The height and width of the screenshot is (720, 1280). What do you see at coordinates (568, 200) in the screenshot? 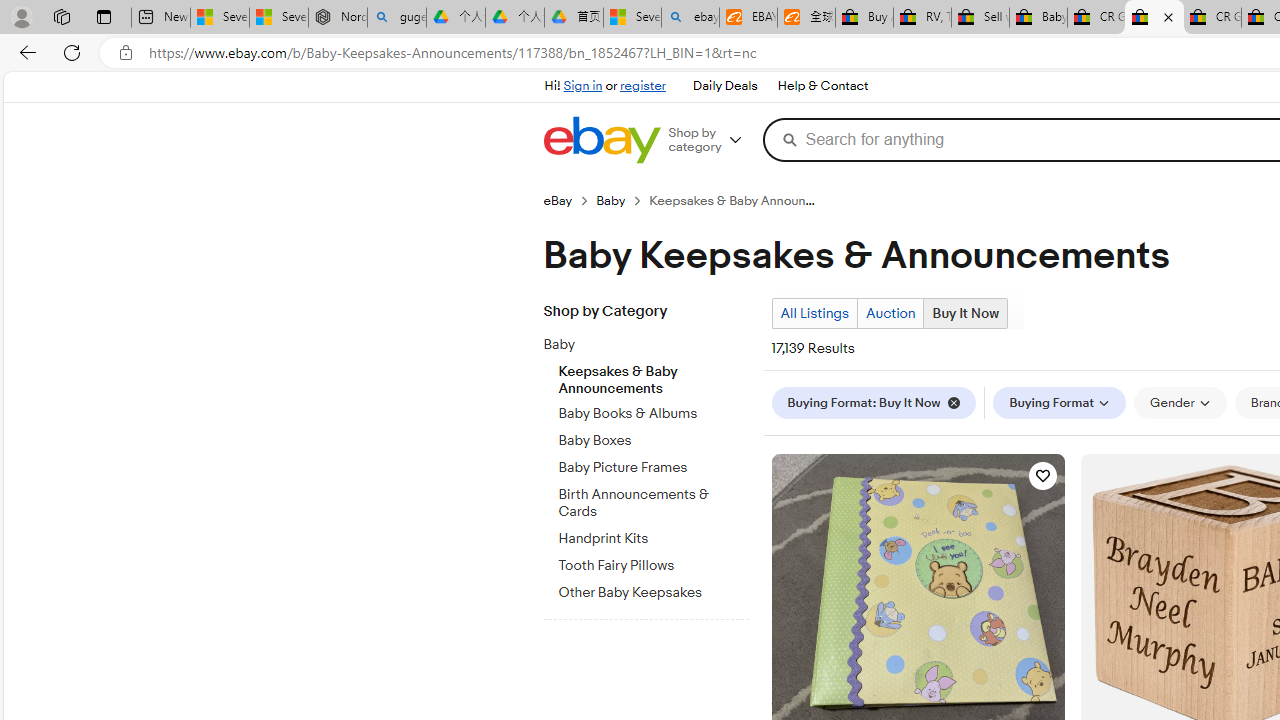
I see `'eBay'` at bounding box center [568, 200].